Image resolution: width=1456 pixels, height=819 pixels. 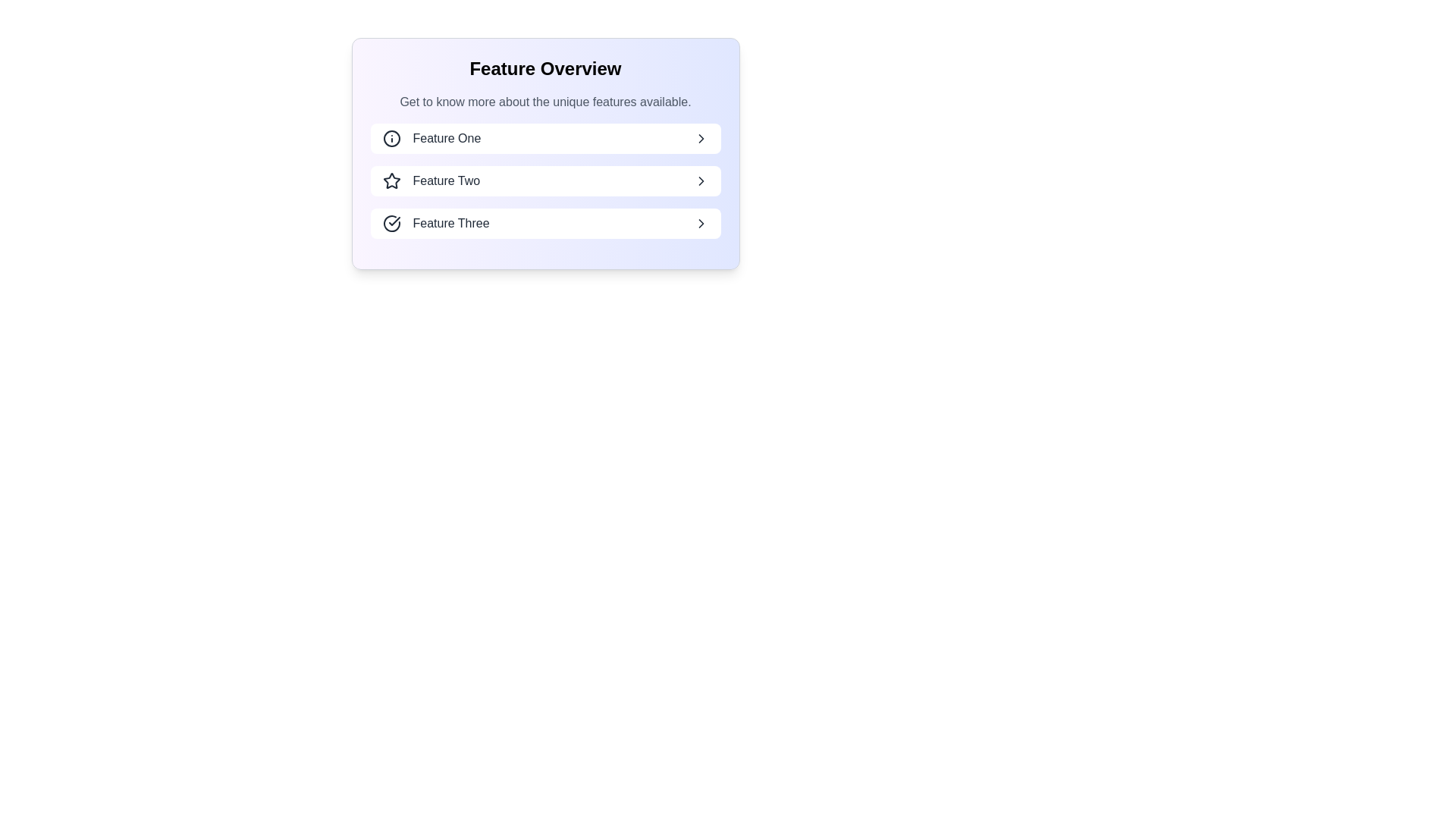 What do you see at coordinates (435, 223) in the screenshot?
I see `the list item displaying 'Feature Three' with a checked circle icon, located in the center of the panel as the third item in the list` at bounding box center [435, 223].